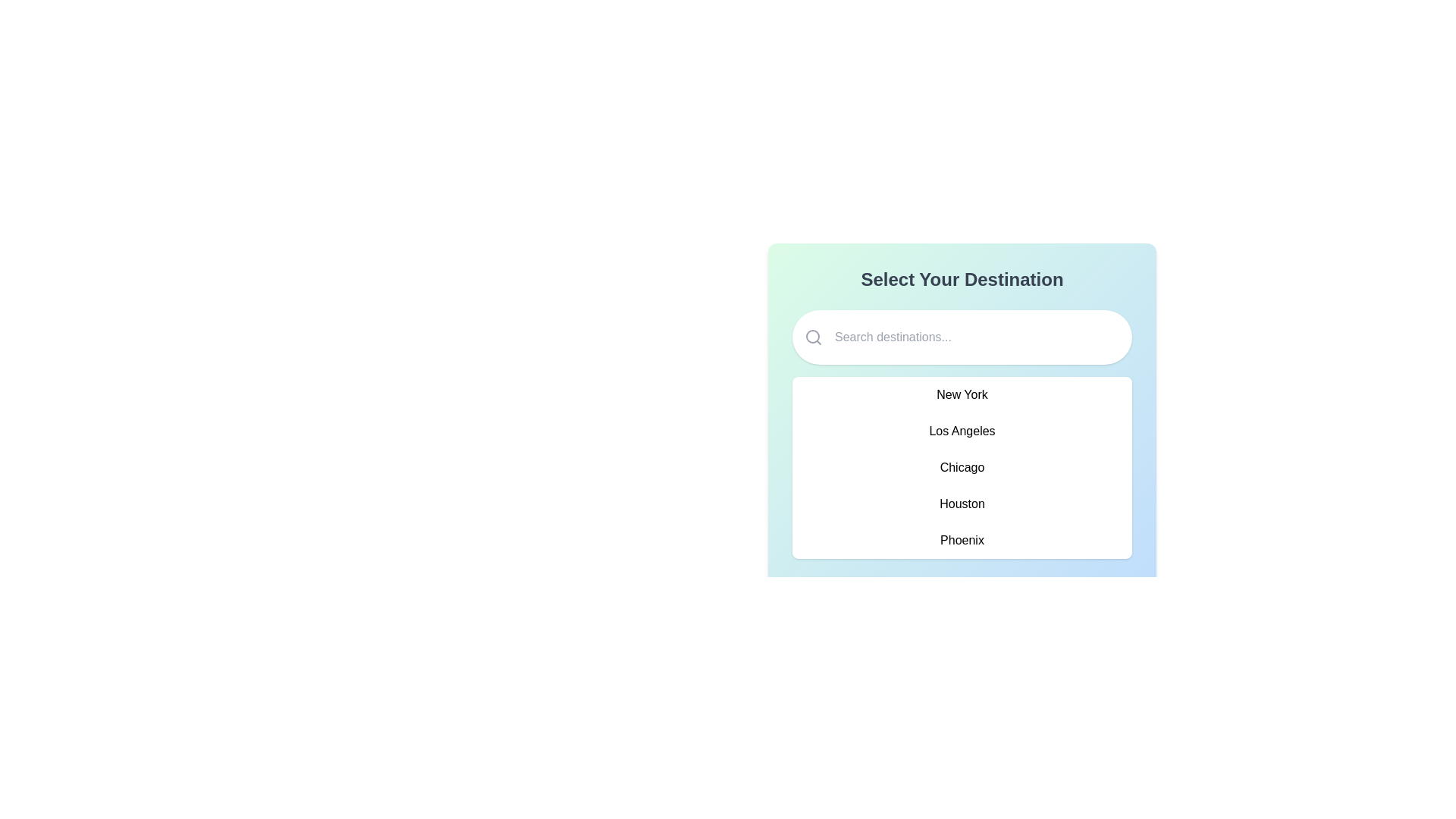 The height and width of the screenshot is (819, 1456). Describe the element at coordinates (961, 467) in the screenshot. I see `a city name inside the centrally located list of city names, which is below the search bar and header labeled 'Select Your Destination'` at that location.